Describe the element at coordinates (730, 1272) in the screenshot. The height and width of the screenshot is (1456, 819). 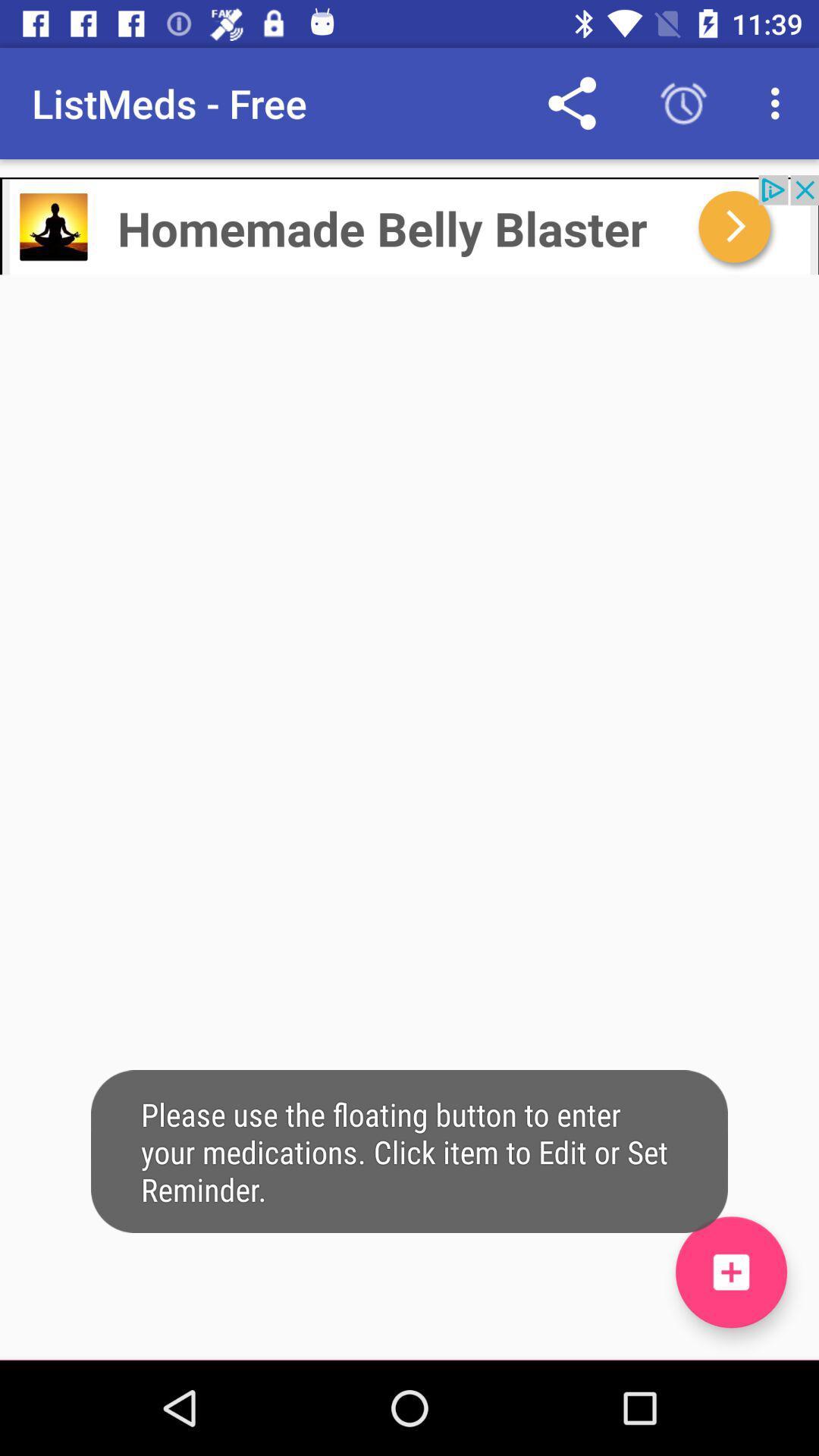
I see `page` at that location.